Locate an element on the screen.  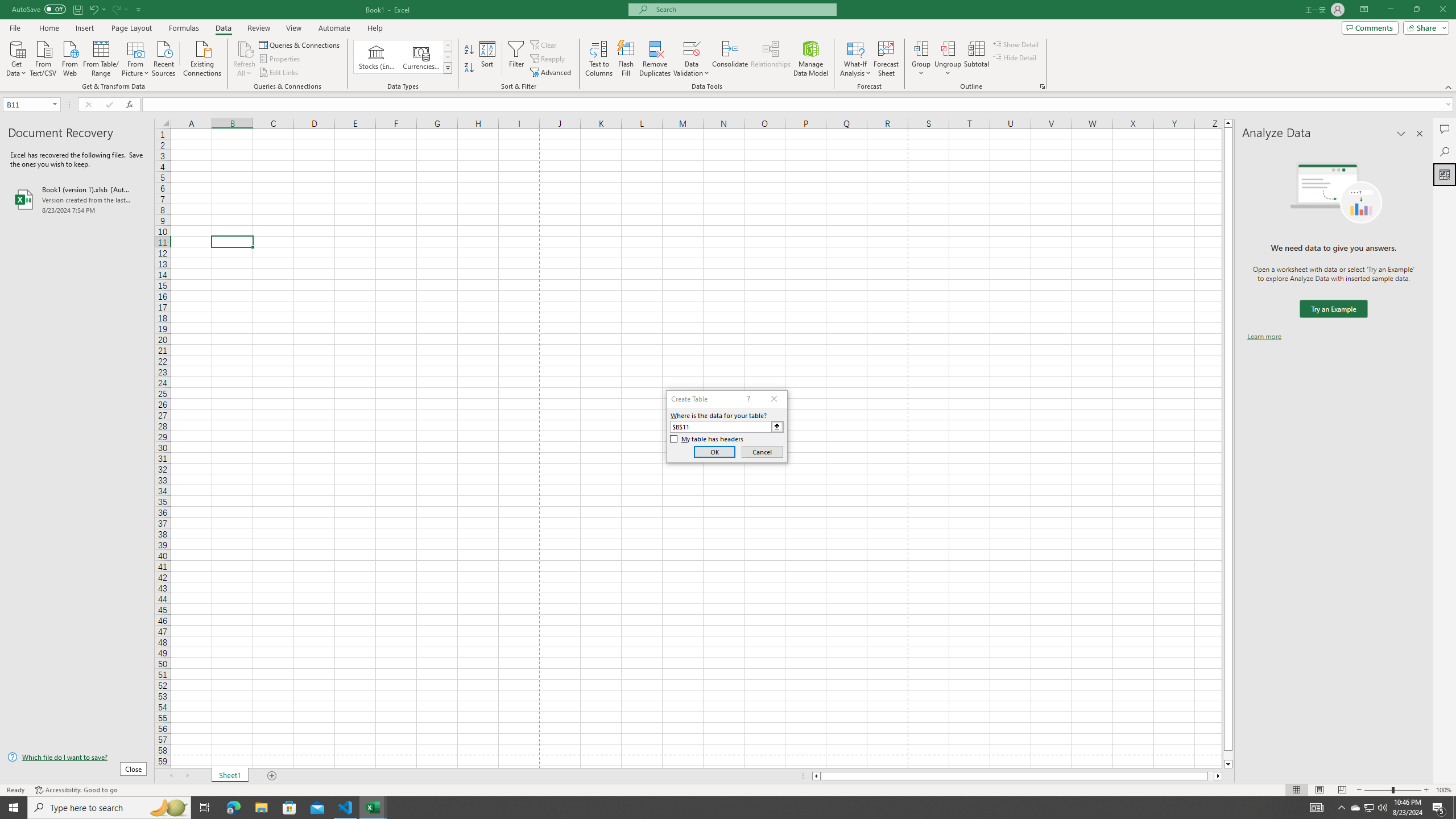
'Analyze Data' is located at coordinates (1444, 174).